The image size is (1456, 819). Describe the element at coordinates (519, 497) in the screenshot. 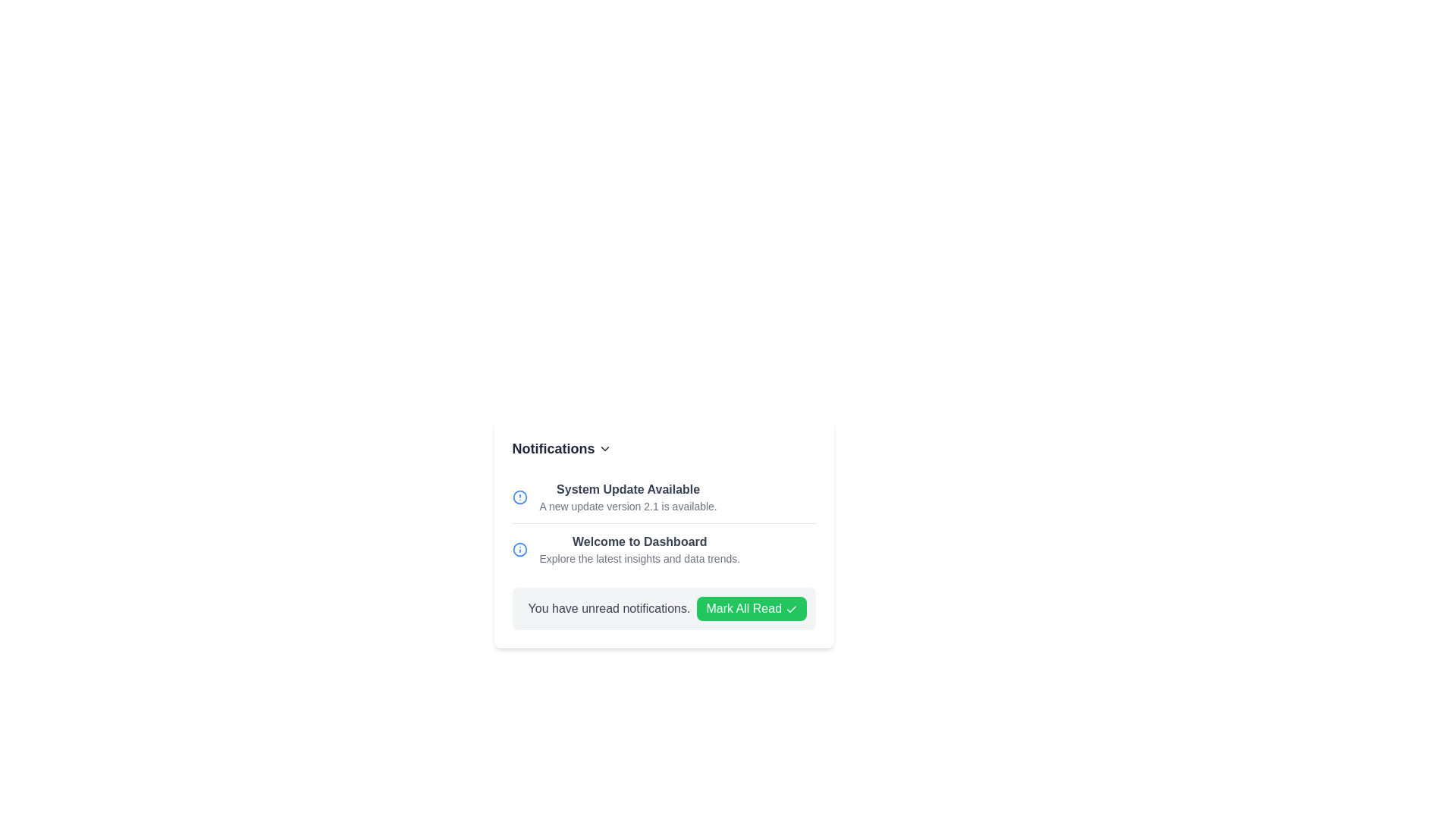

I see `the alert icon (circular shape) located to the left of the 'System Update Available' text in the notification section` at that location.